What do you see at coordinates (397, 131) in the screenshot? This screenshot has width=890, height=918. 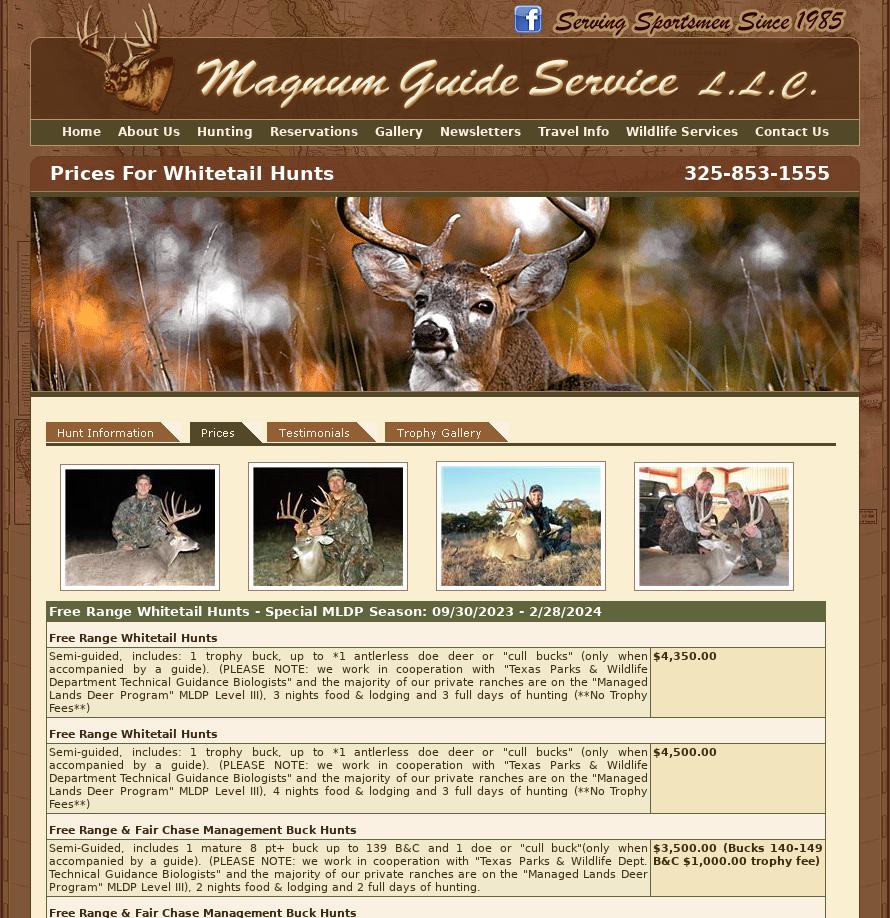 I see `'Gallery'` at bounding box center [397, 131].